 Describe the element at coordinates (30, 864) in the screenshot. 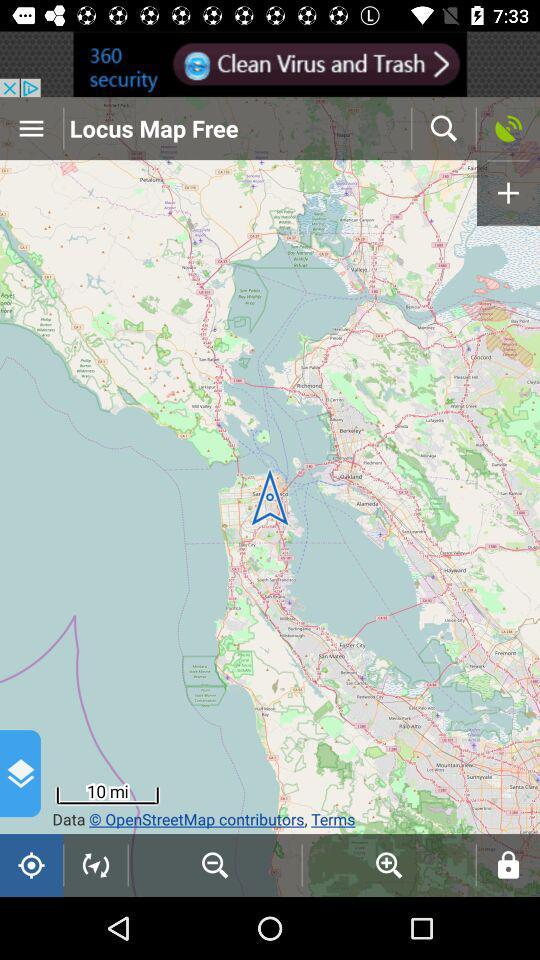

I see `the location_crosshair icon` at that location.